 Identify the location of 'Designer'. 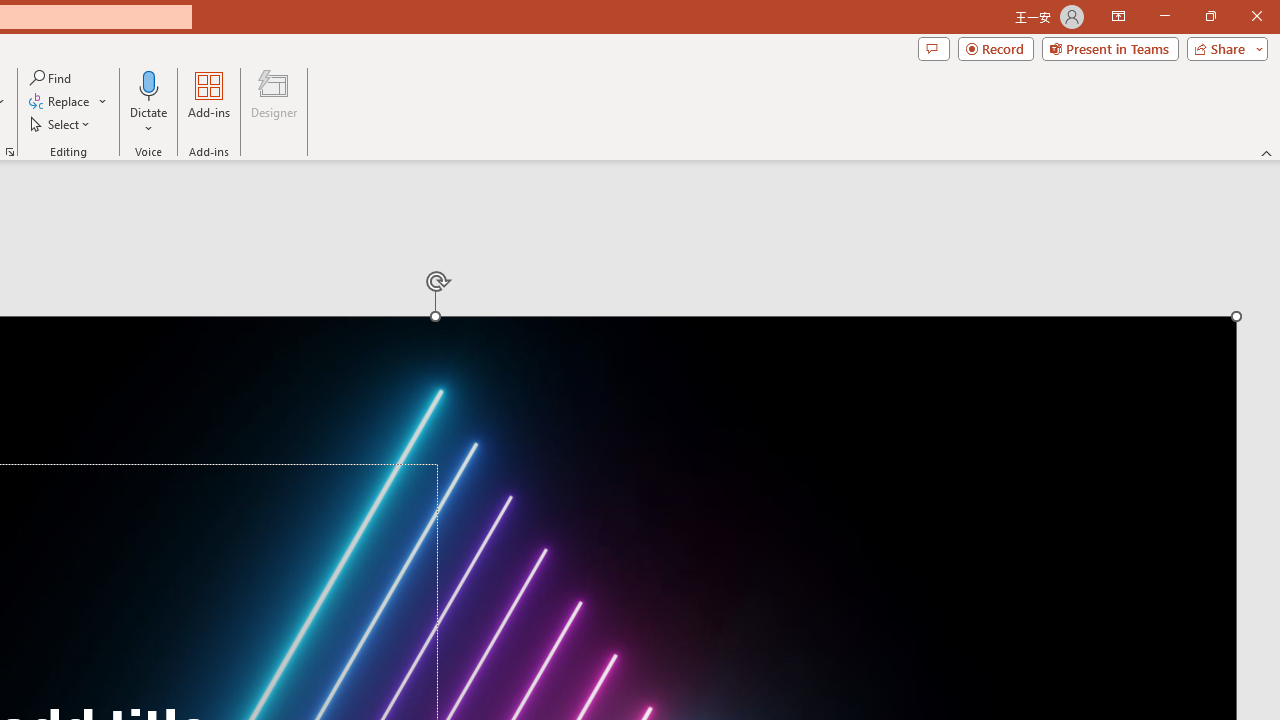
(273, 103).